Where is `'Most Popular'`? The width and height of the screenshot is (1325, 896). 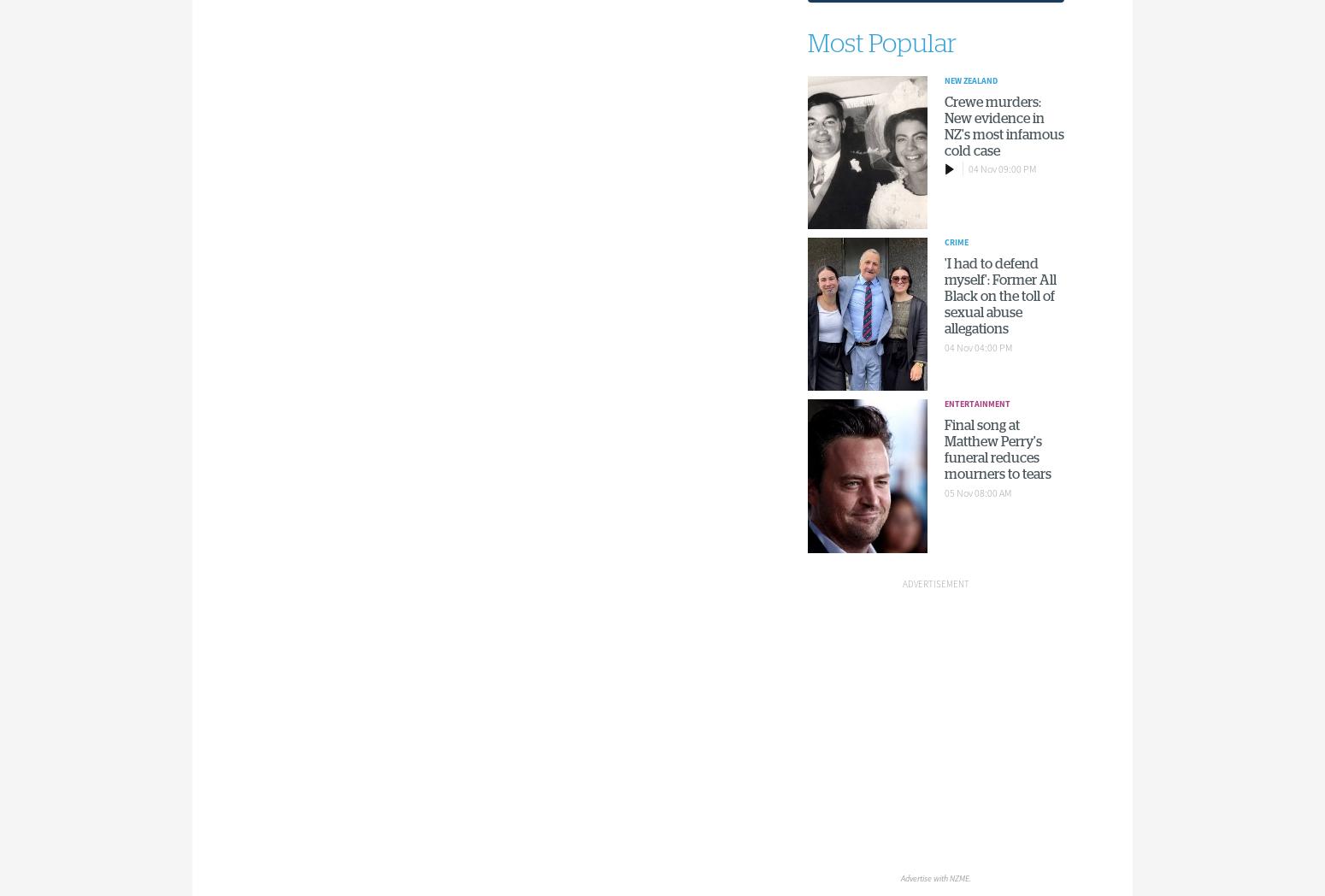 'Most Popular' is located at coordinates (805, 44).